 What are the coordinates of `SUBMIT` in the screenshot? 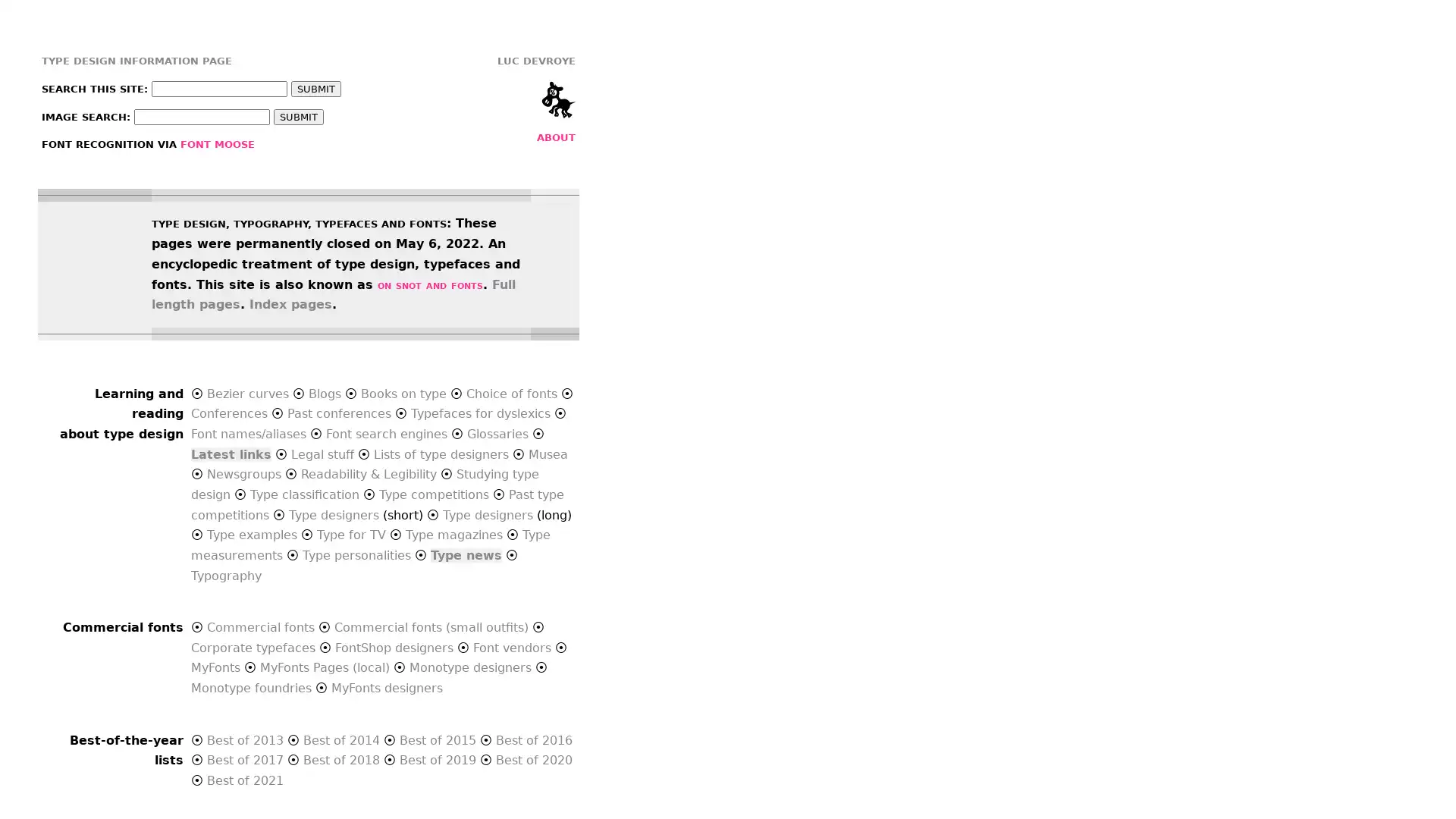 It's located at (315, 89).